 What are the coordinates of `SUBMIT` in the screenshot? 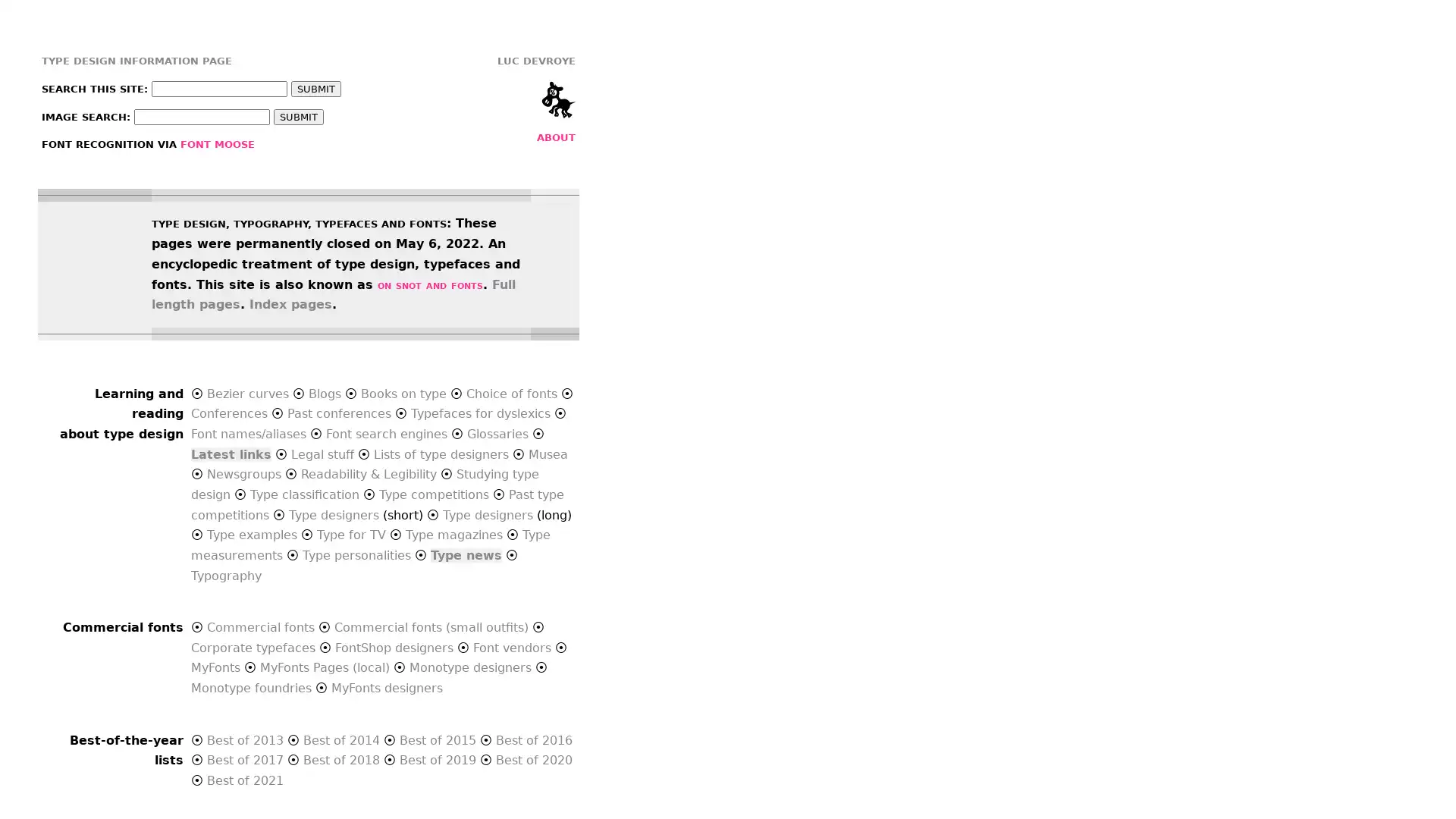 It's located at (315, 89).